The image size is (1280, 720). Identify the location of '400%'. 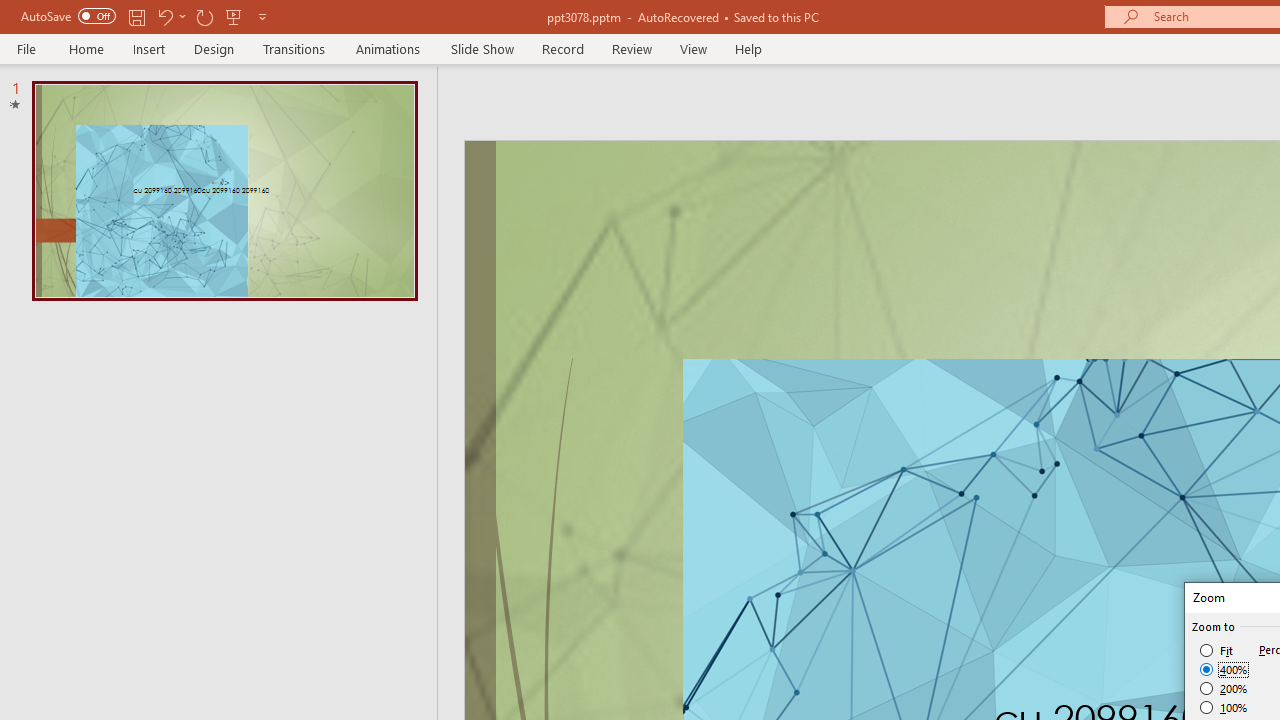
(1223, 669).